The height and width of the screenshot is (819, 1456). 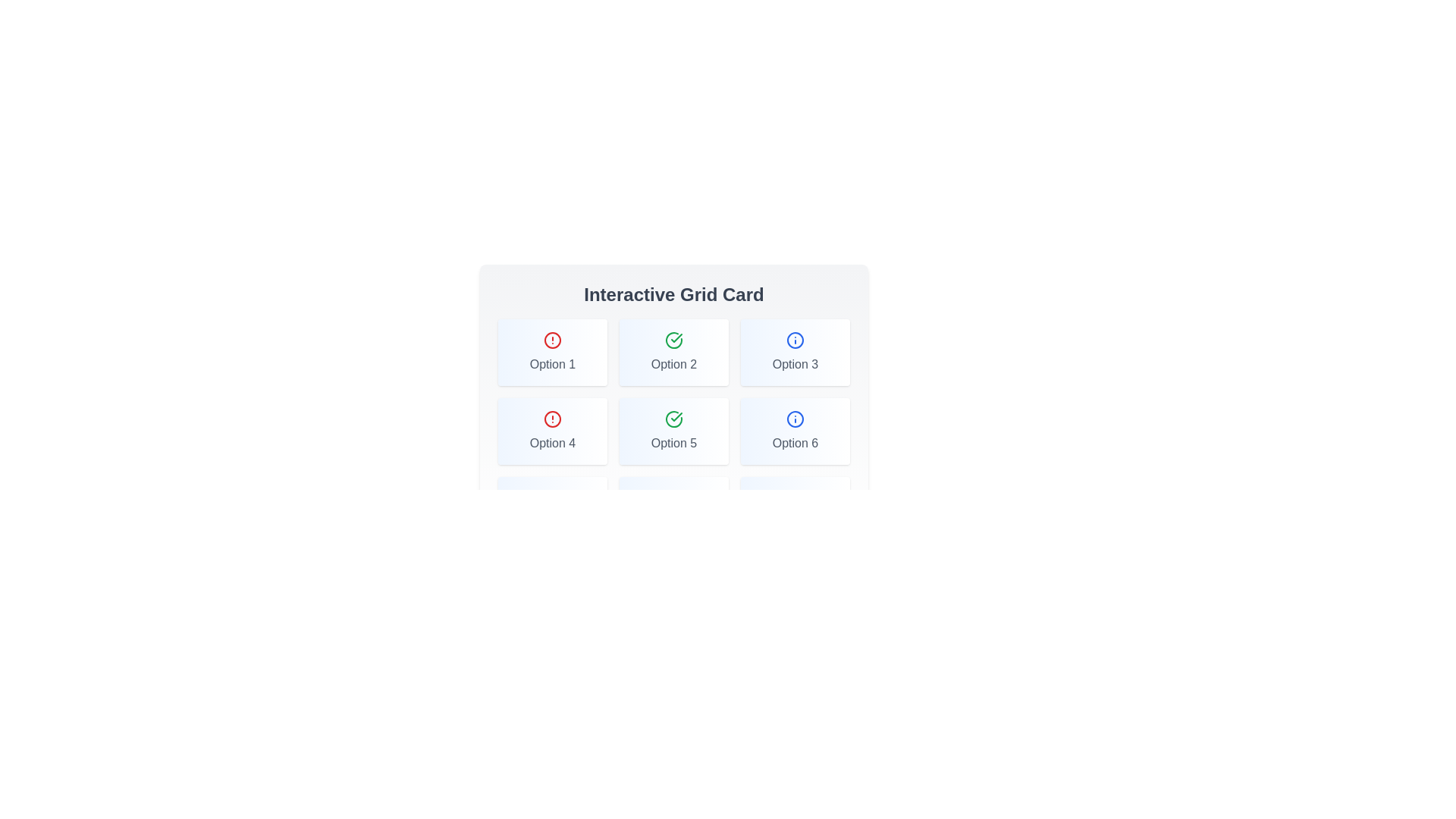 I want to click on the Alert icon located in the second row and first column of the 2x3 grid under 'Interactive Grid Card', associated with 'Option 4', so click(x=552, y=419).